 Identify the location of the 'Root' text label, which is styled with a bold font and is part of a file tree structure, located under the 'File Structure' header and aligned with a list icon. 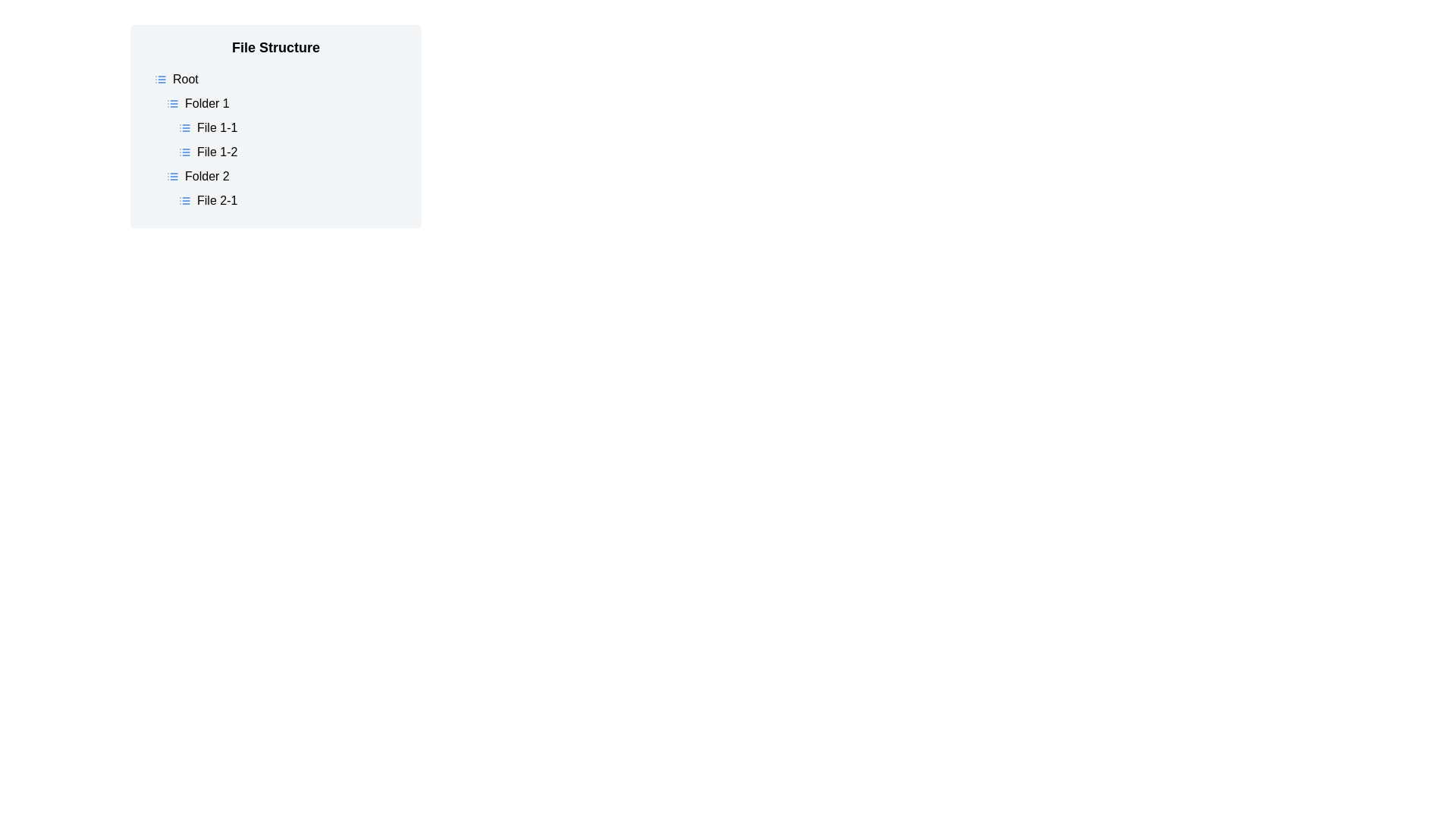
(184, 79).